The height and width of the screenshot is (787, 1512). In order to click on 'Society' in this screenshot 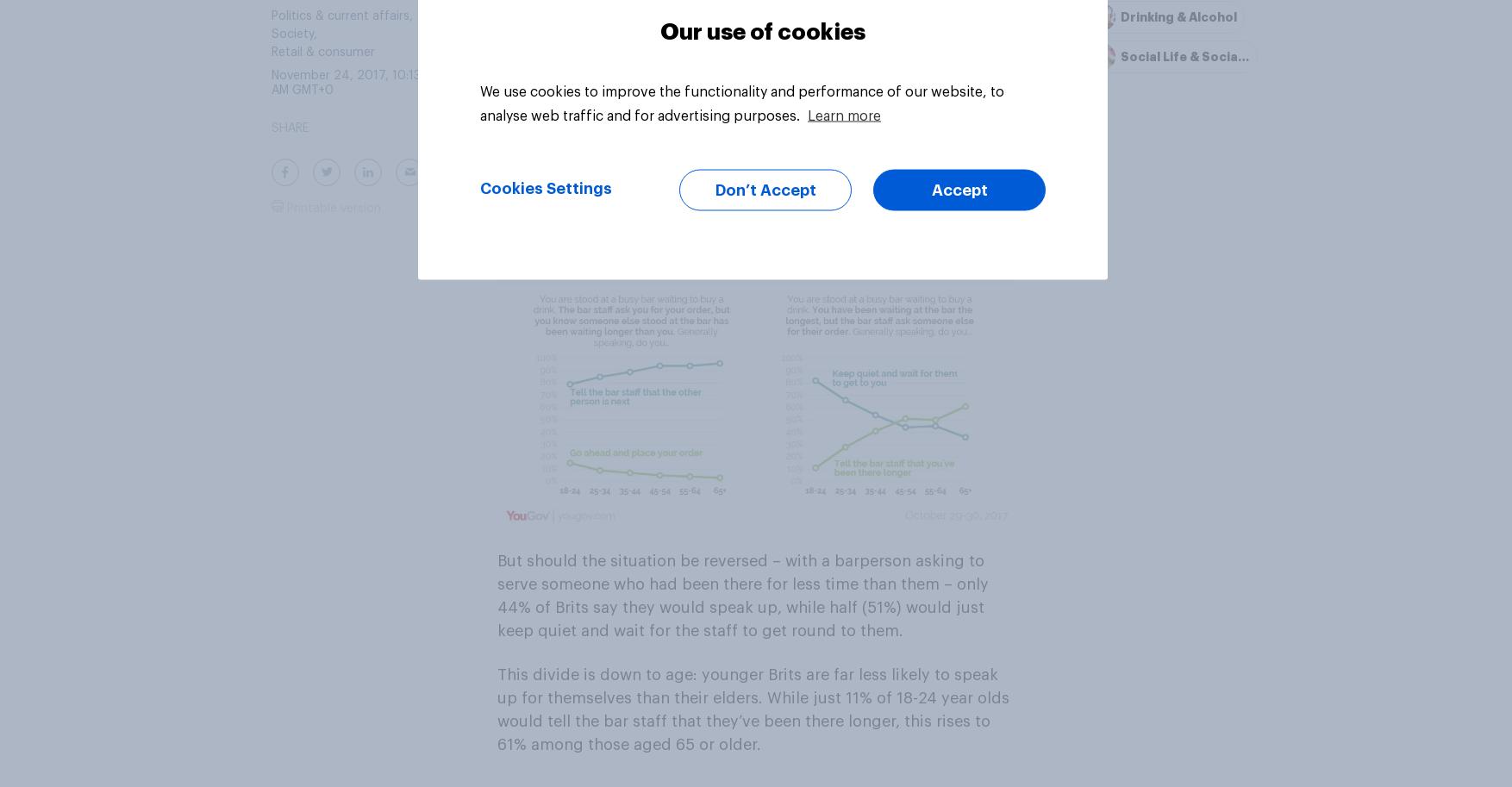, I will do `click(291, 33)`.